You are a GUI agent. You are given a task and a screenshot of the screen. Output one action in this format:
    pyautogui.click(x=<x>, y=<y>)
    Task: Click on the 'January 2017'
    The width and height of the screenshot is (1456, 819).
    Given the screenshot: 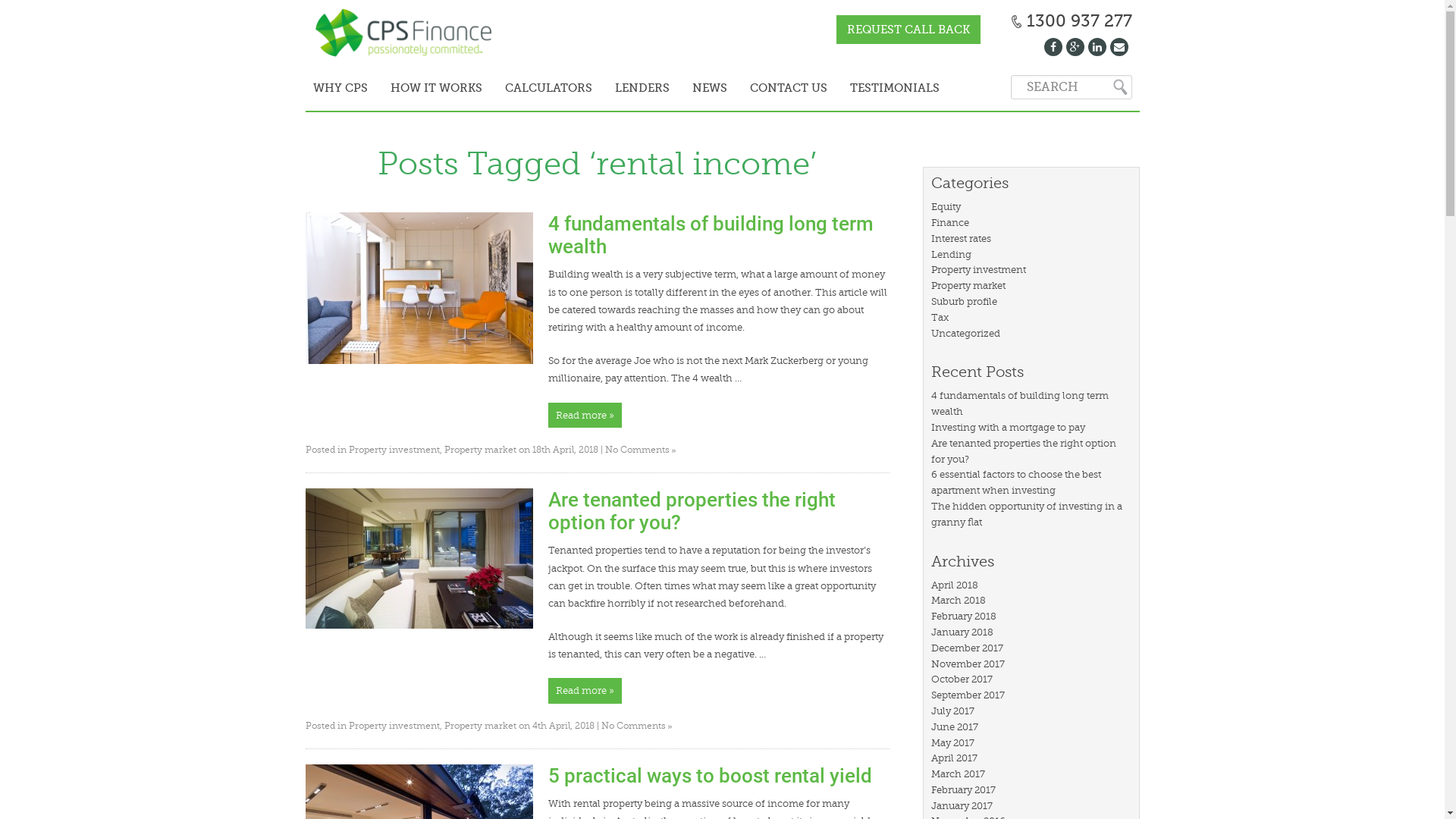 What is the action you would take?
    pyautogui.click(x=961, y=805)
    